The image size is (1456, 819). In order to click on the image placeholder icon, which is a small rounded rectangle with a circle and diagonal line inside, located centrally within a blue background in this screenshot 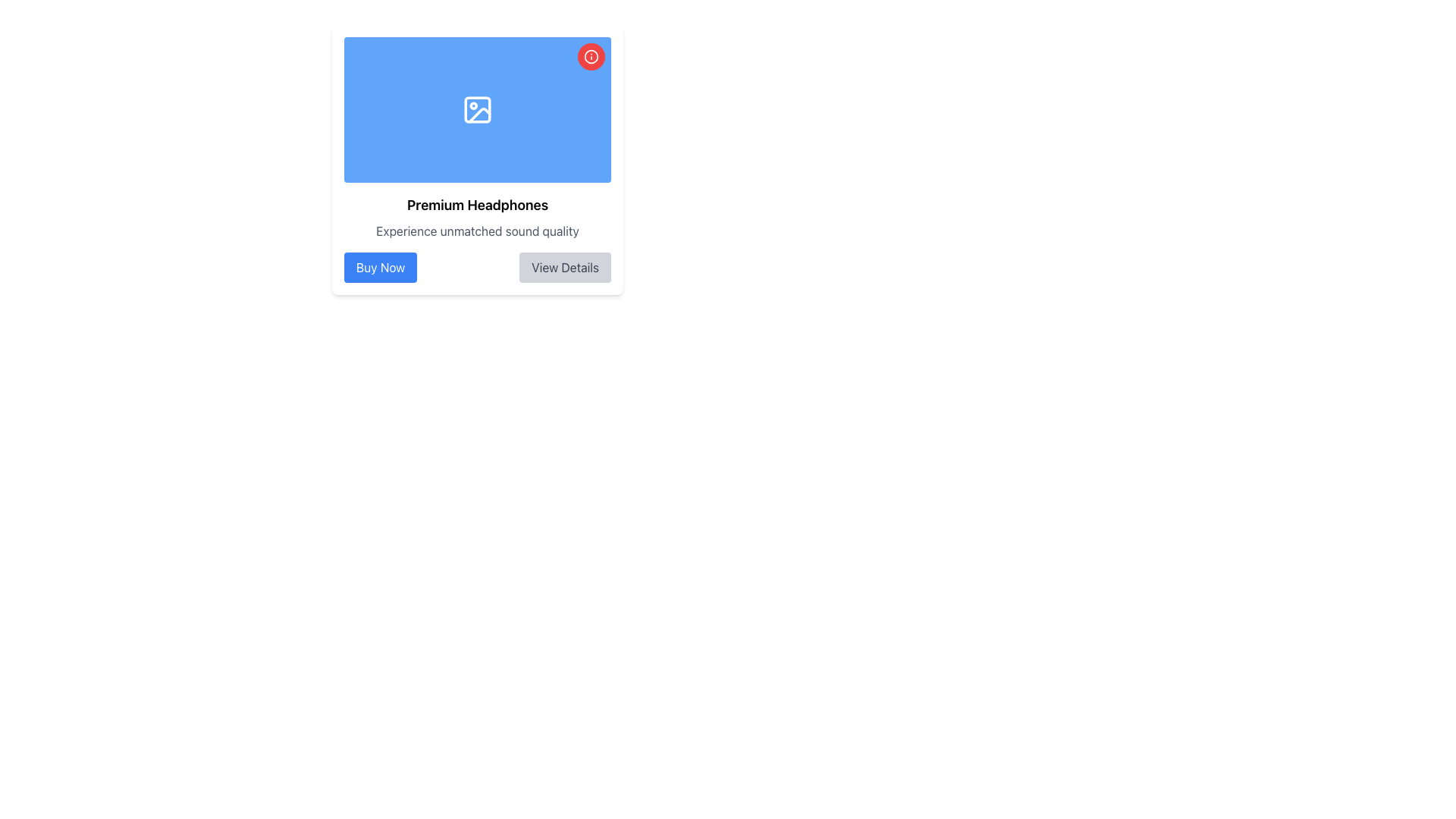, I will do `click(476, 109)`.